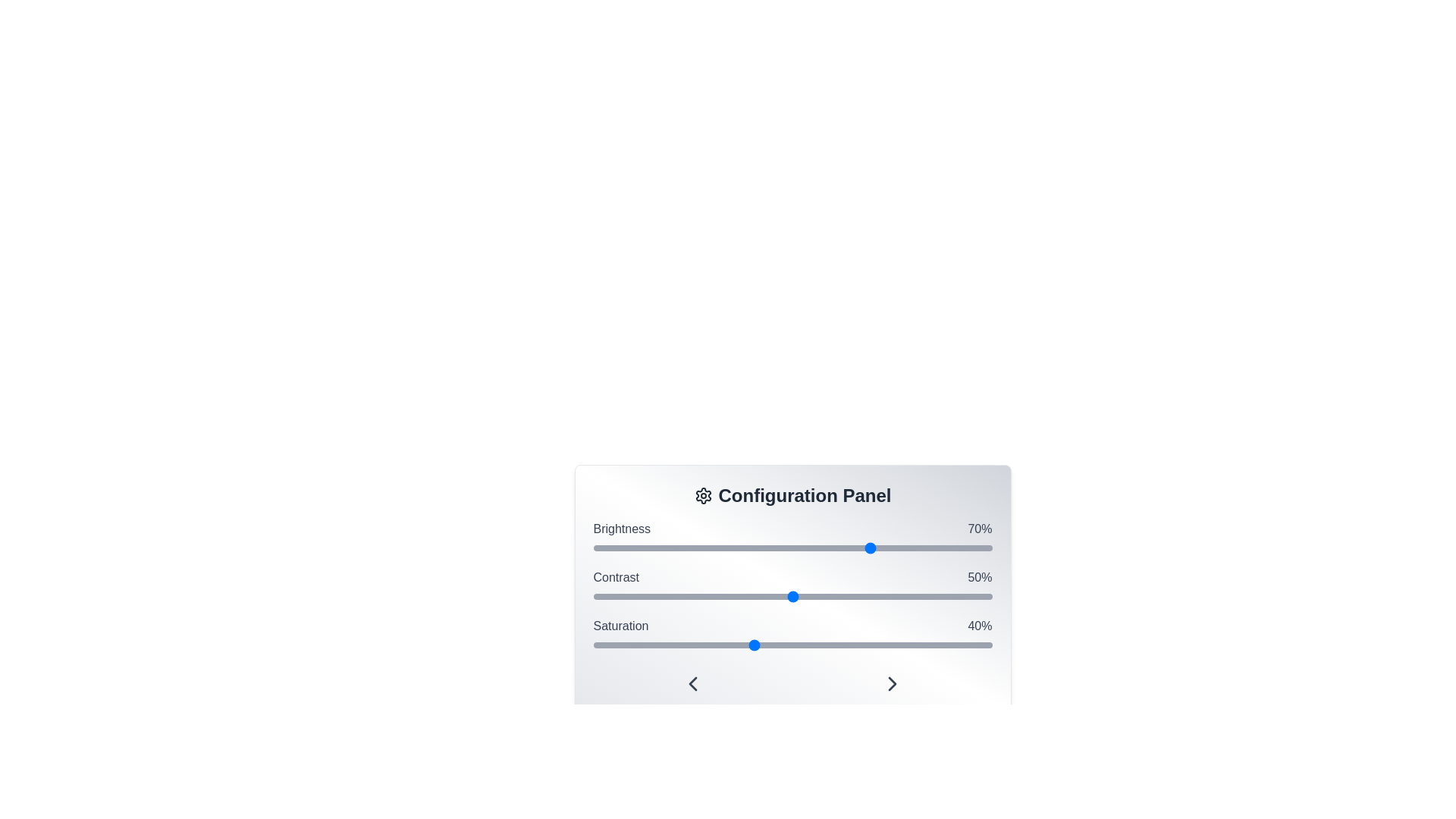 The image size is (1456, 819). What do you see at coordinates (692, 684) in the screenshot?
I see `the ChevronLeft icon to navigate left` at bounding box center [692, 684].